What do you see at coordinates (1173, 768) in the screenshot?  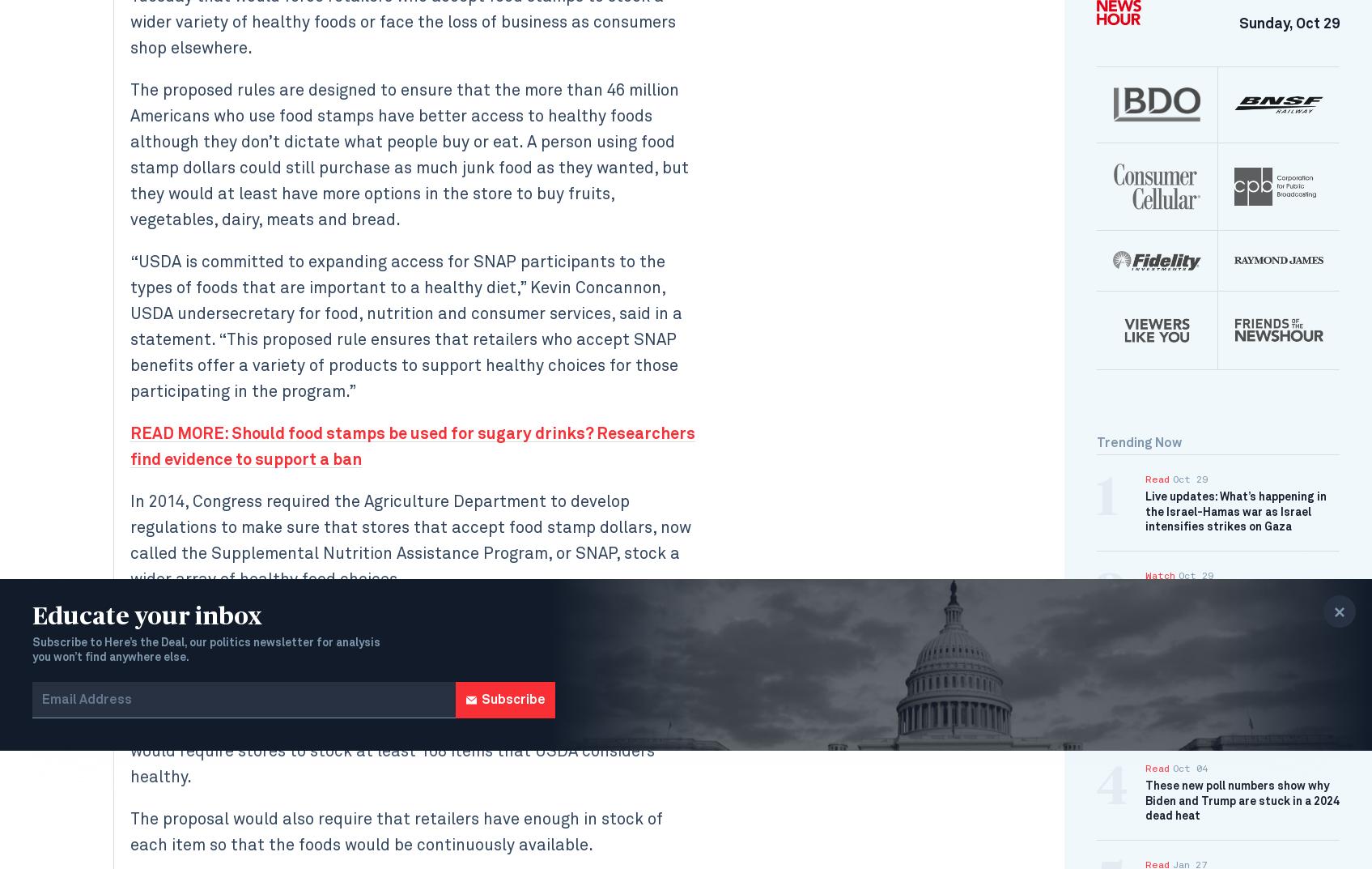 I see `'Oct 04'` at bounding box center [1173, 768].